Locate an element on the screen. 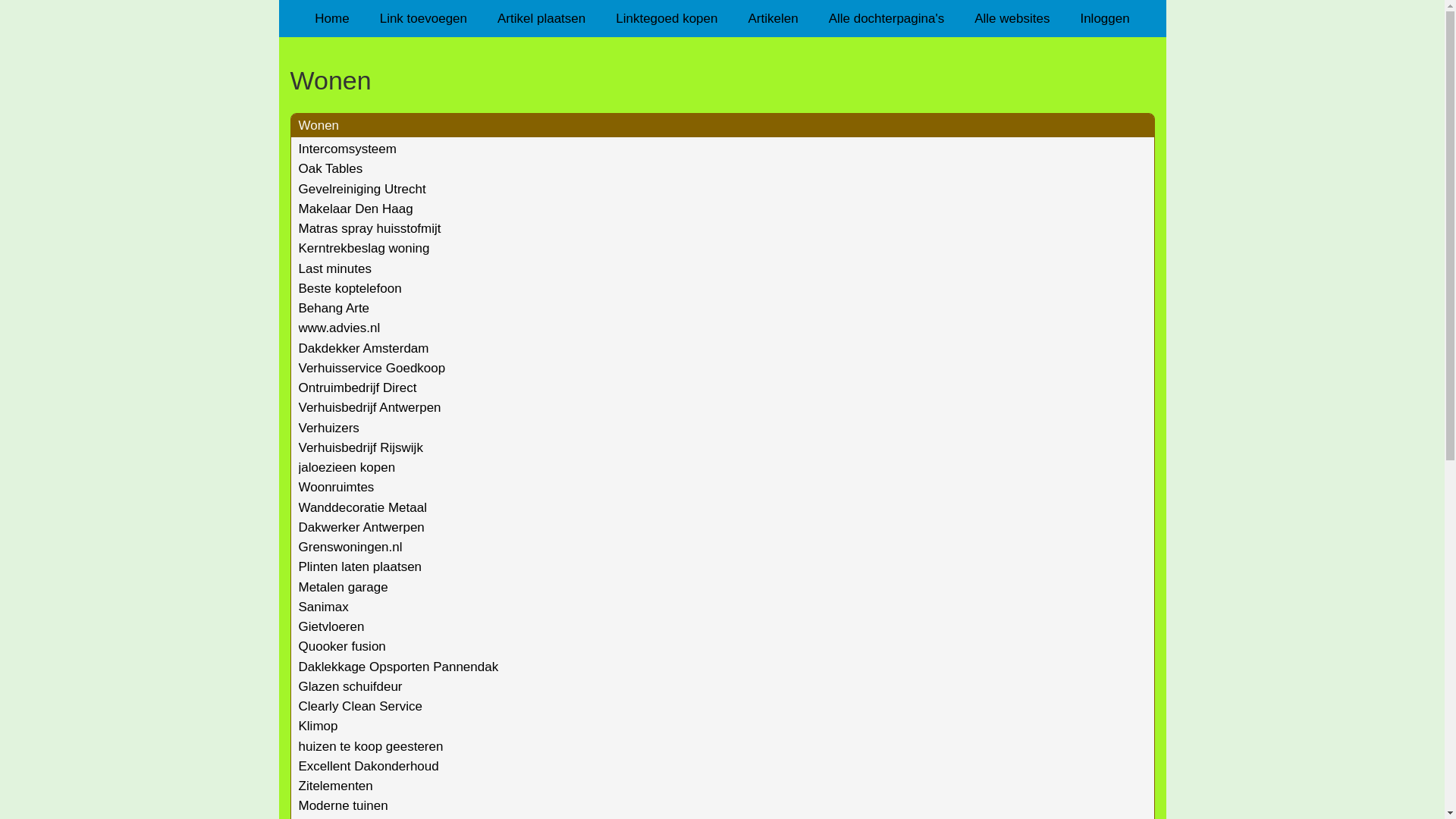 This screenshot has height=819, width=1456. 'Artikelen' is located at coordinates (732, 18).